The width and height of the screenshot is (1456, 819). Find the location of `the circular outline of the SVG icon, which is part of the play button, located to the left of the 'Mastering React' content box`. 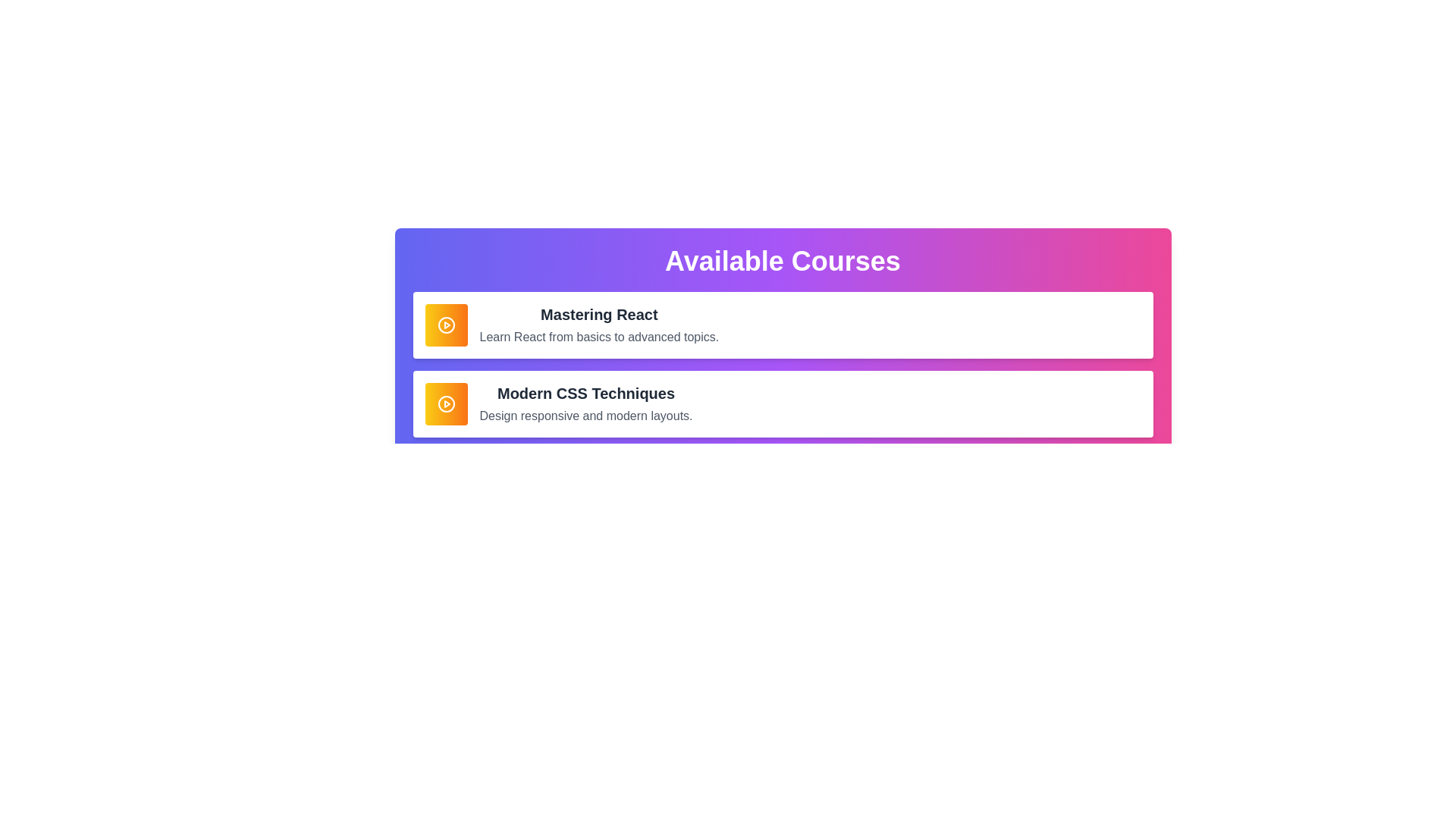

the circular outline of the SVG icon, which is part of the play button, located to the left of the 'Mastering React' content box is located at coordinates (445, 403).